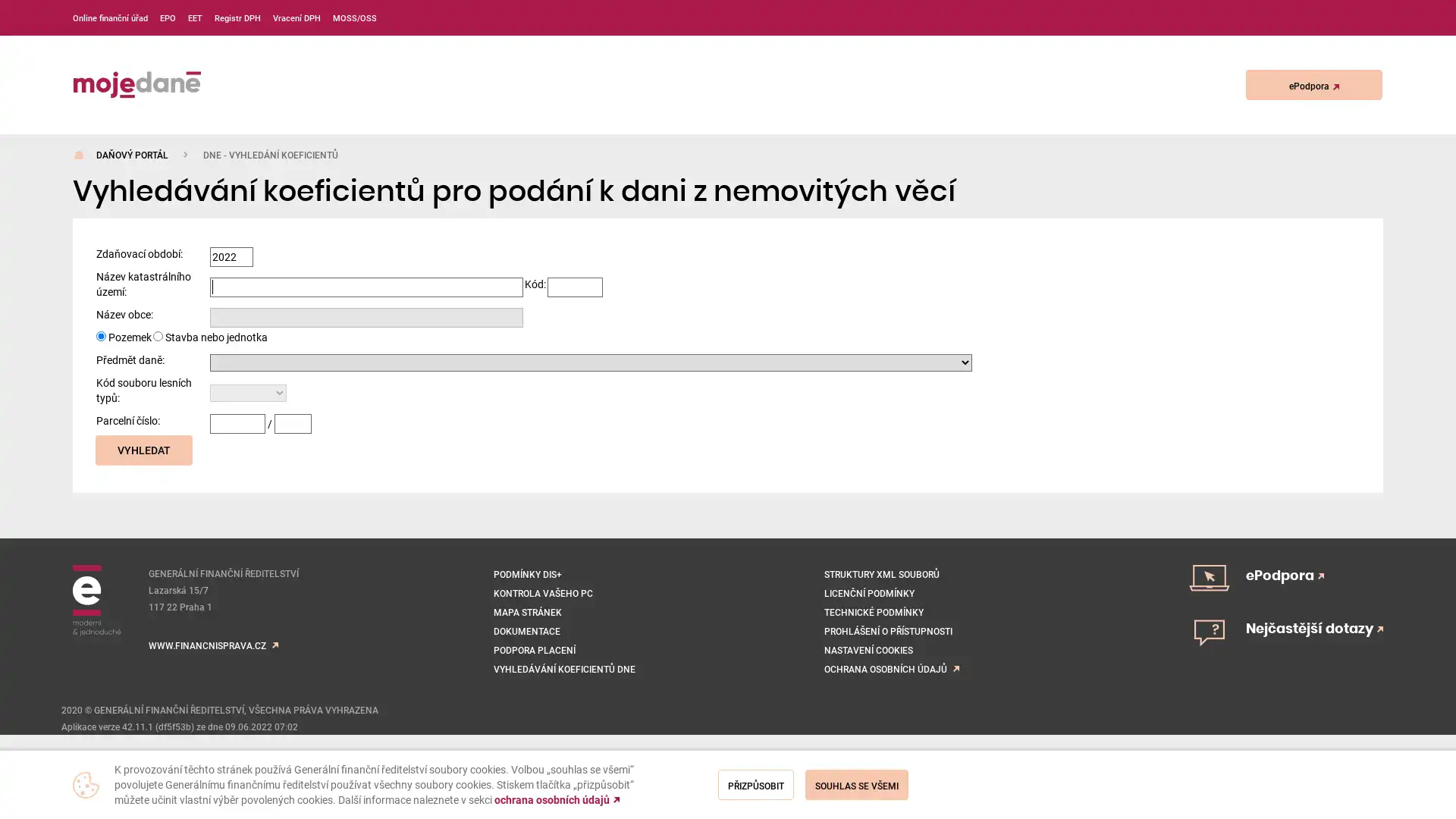  What do you see at coordinates (756, 784) in the screenshot?
I see `Prizpusobit` at bounding box center [756, 784].